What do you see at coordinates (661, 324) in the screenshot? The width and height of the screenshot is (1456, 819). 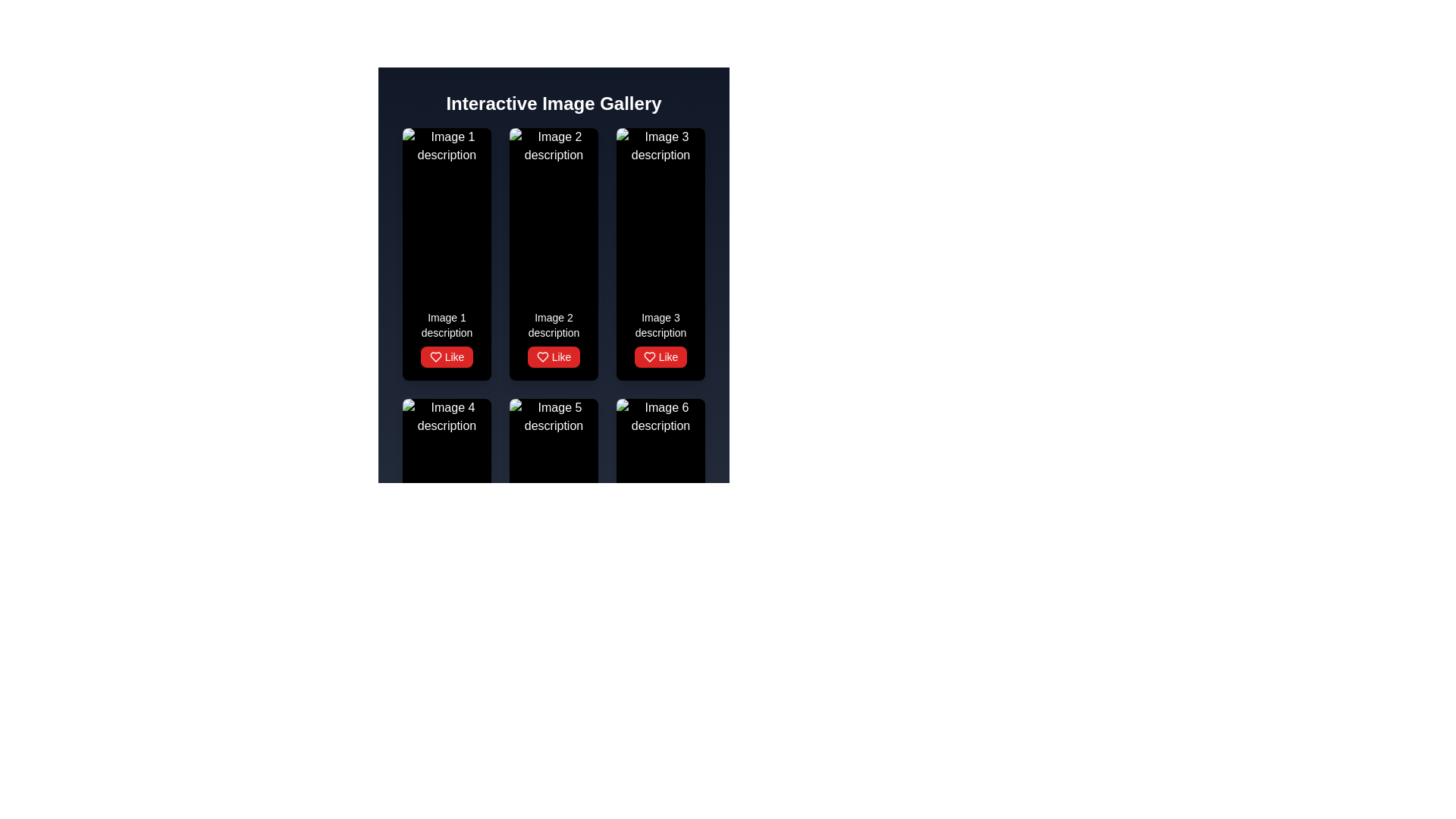 I see `the text label that provides context for the third image in the Interactive Image Gallery, located above the 'Like' button` at bounding box center [661, 324].